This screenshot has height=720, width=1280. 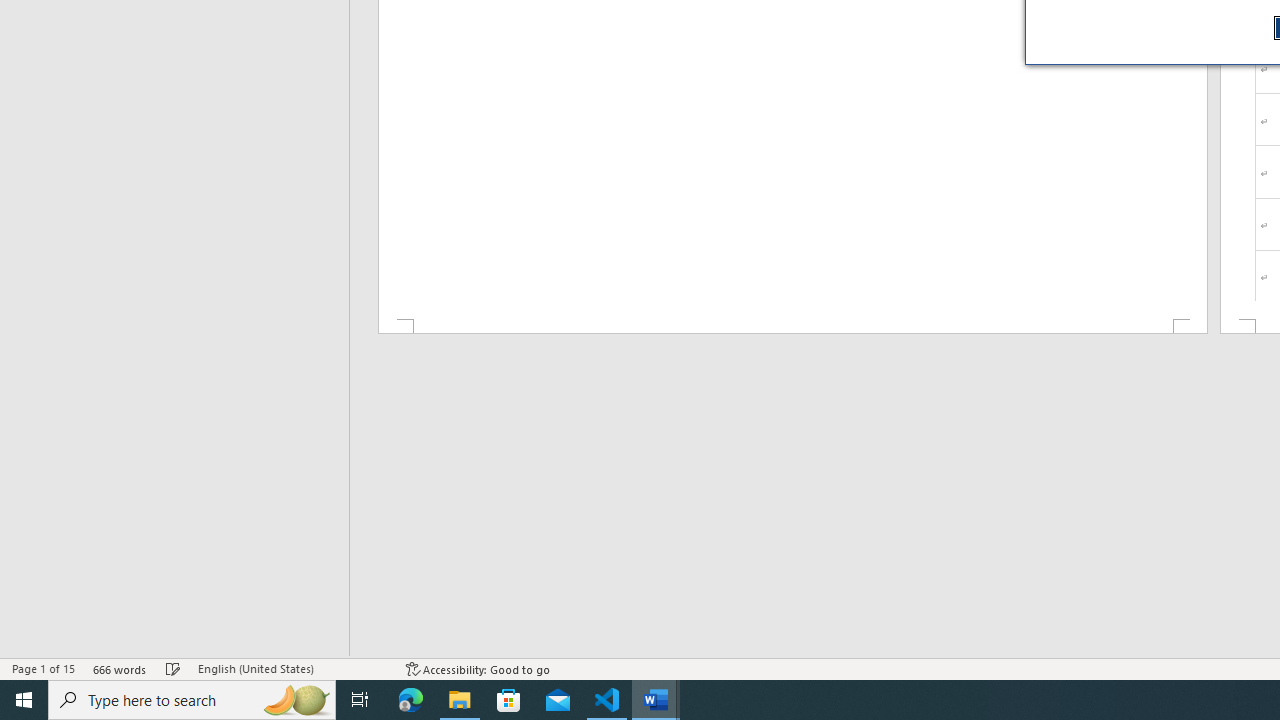 What do you see at coordinates (43, 669) in the screenshot?
I see `'Page Number Page 1 of 15'` at bounding box center [43, 669].